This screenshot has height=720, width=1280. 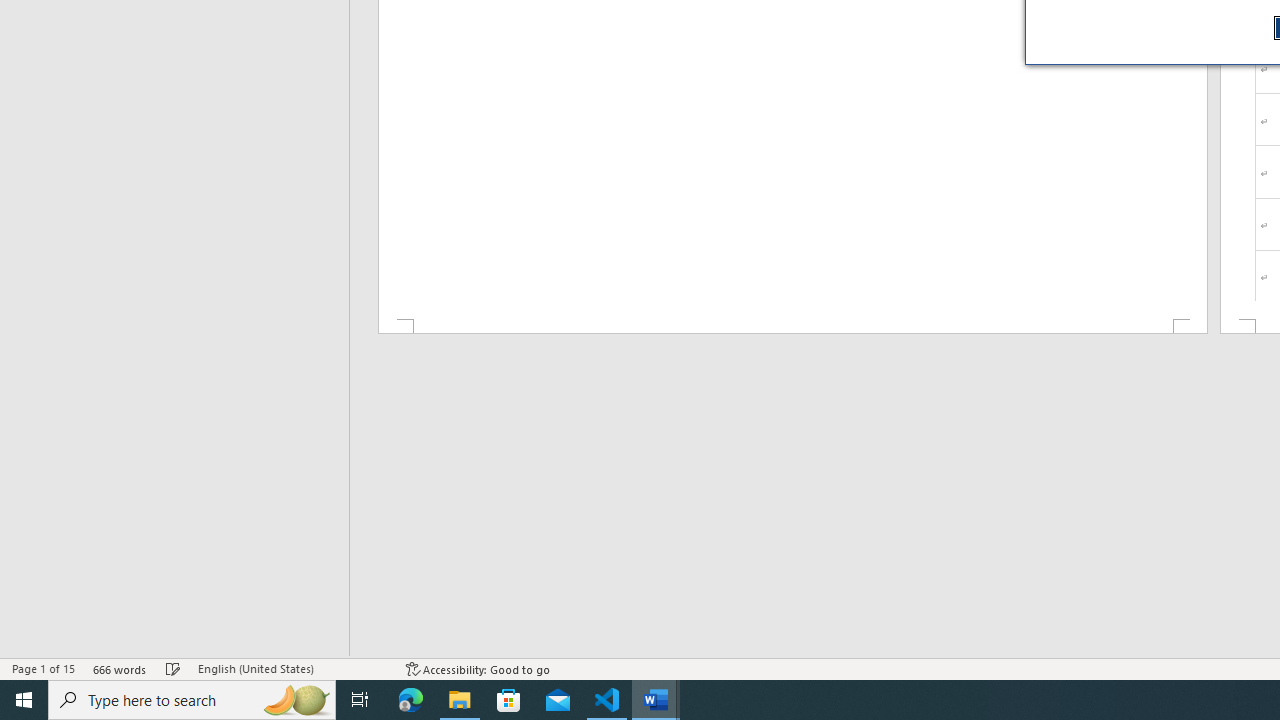 What do you see at coordinates (43, 669) in the screenshot?
I see `'Page Number Page 1 of 15'` at bounding box center [43, 669].